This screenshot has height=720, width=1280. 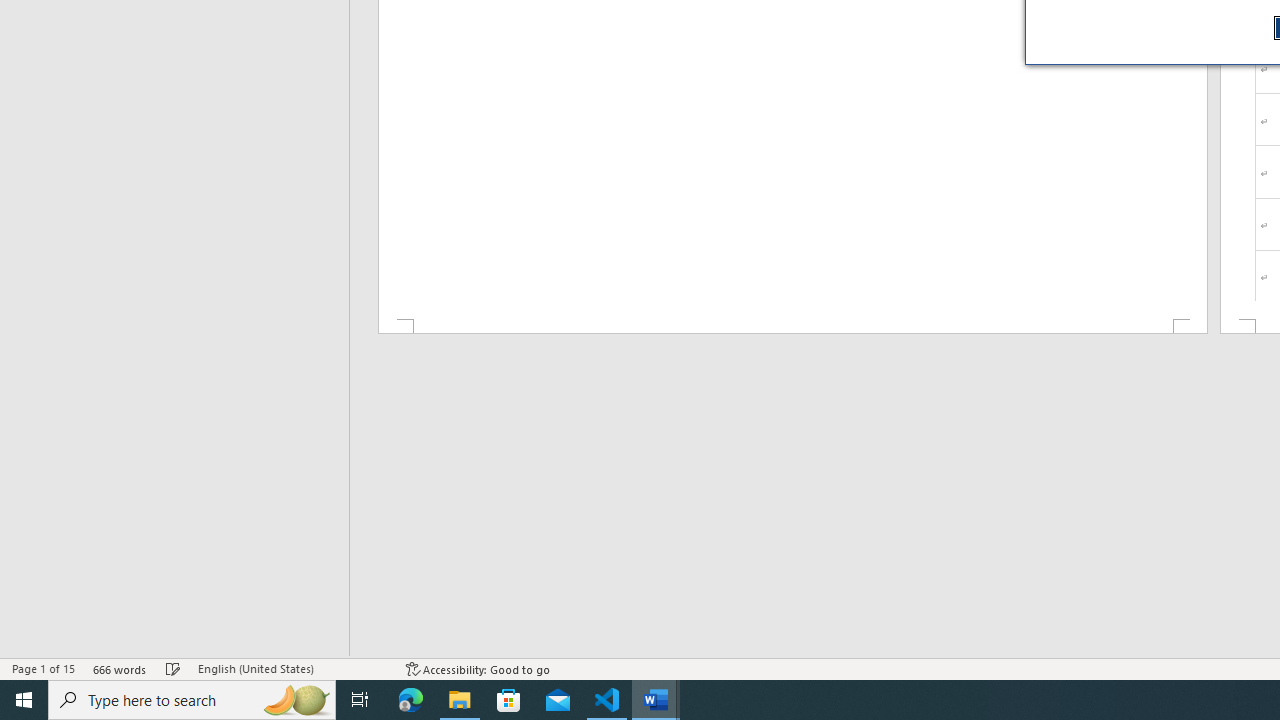 What do you see at coordinates (43, 669) in the screenshot?
I see `'Page Number Page 1 of 15'` at bounding box center [43, 669].